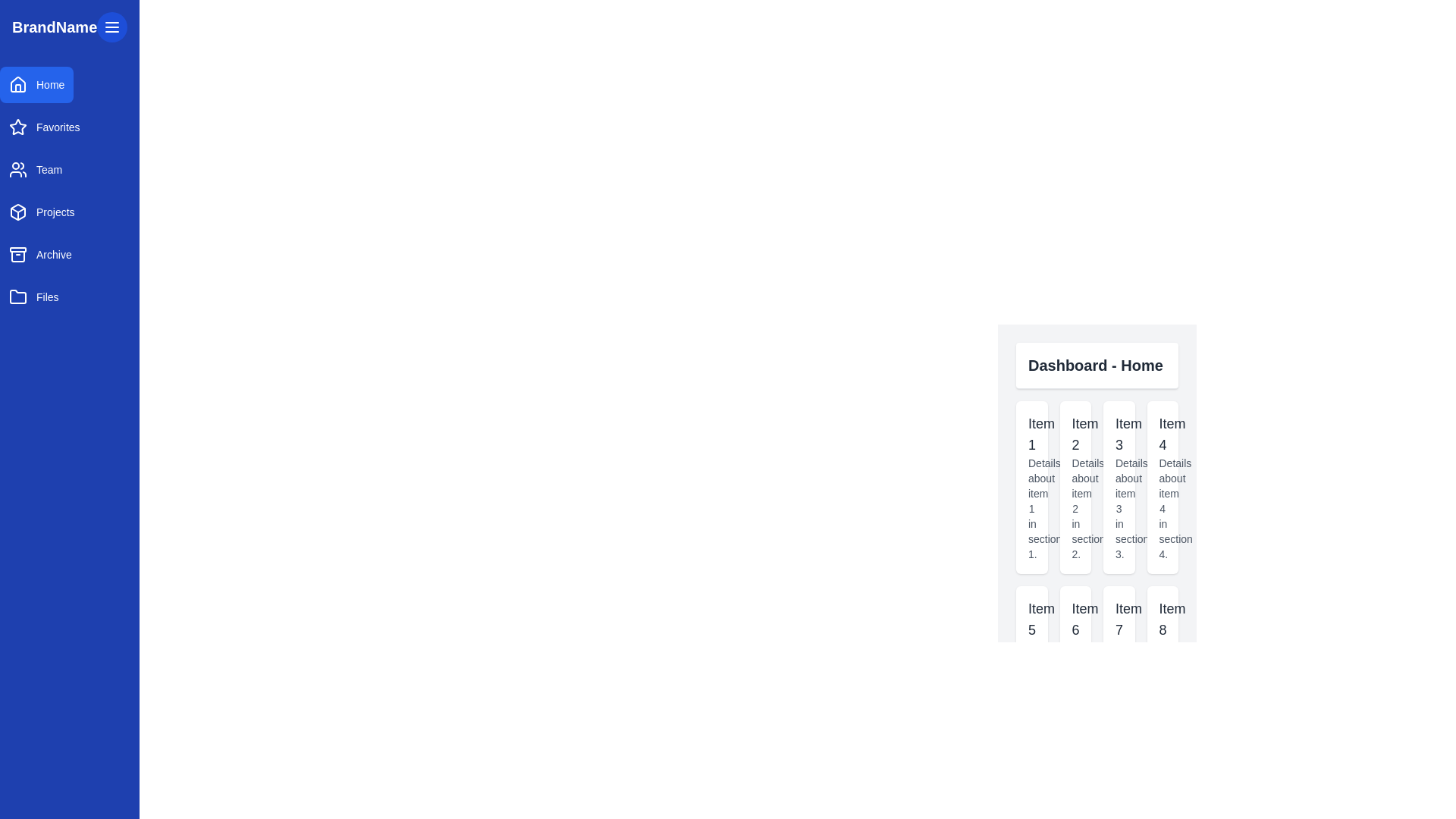 This screenshot has width=1456, height=819. What do you see at coordinates (18, 256) in the screenshot?
I see `the main body of the archive icon located in the vertical navigation menu, positioned between the 'Projects' and 'Files' icons` at bounding box center [18, 256].